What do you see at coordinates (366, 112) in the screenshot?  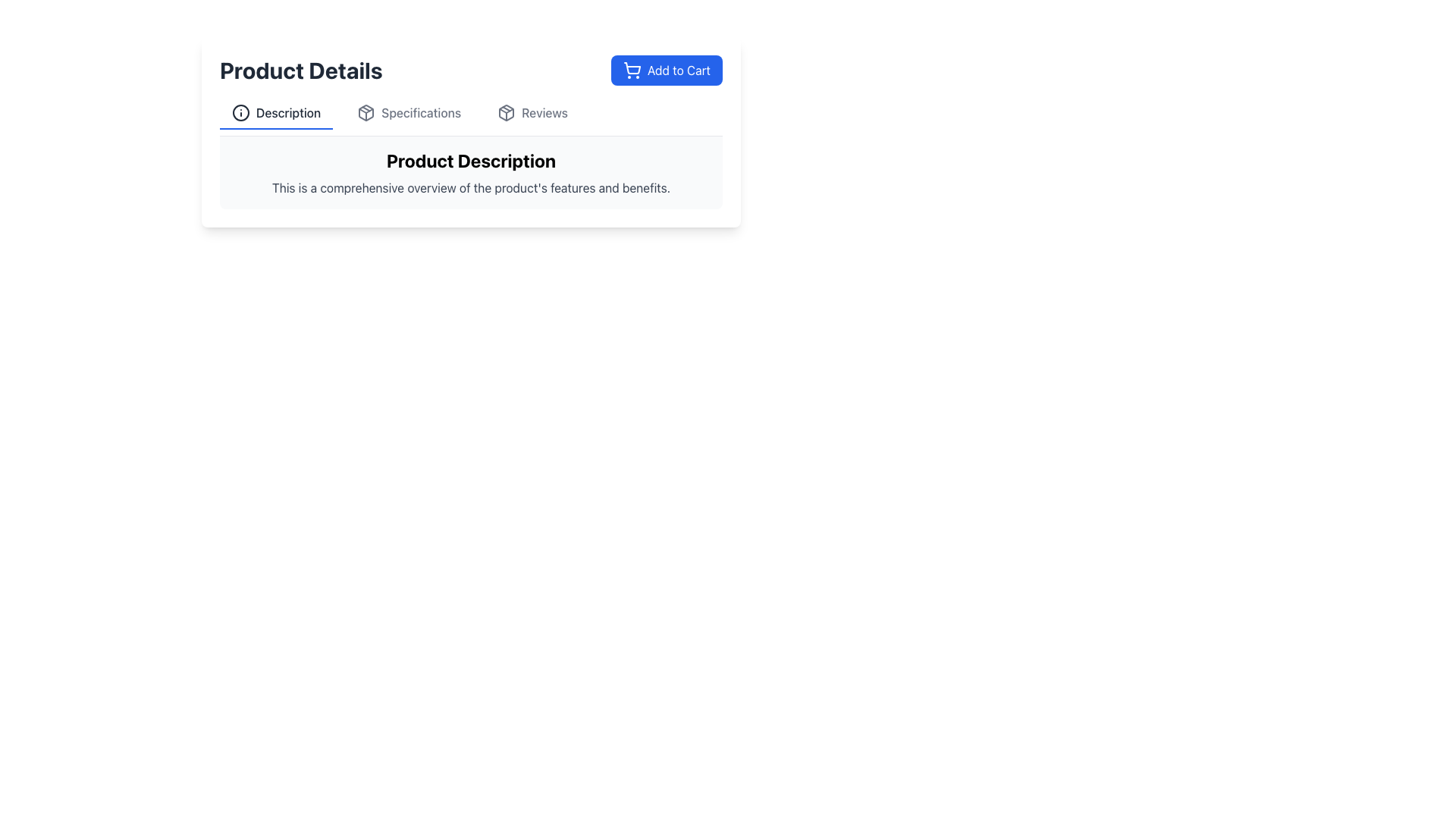 I see `the package-like box icon, which is the second element in the horizontal navigation bar under 'Product Details', positioned to the right of the 'Description' label` at bounding box center [366, 112].